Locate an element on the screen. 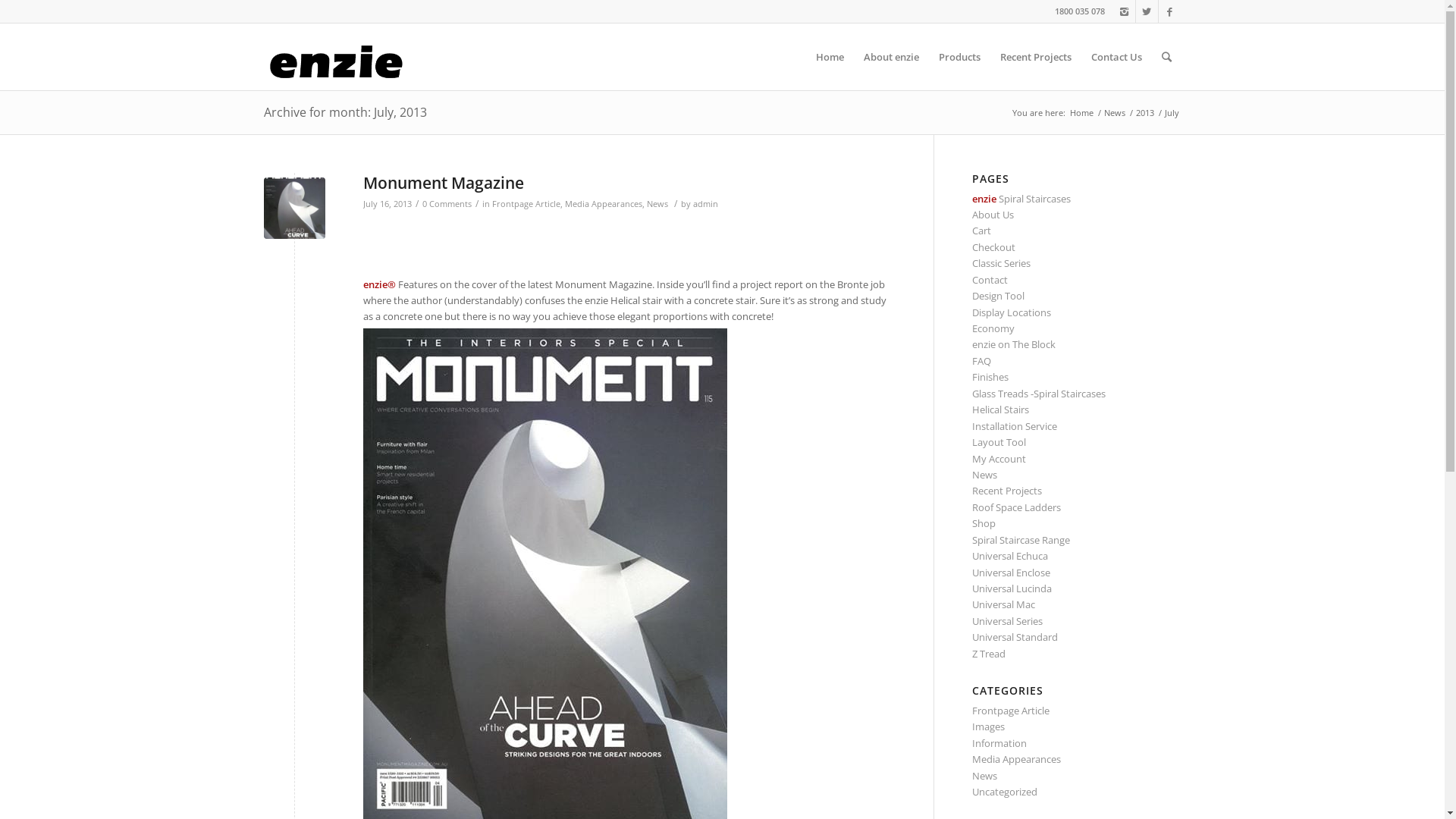  'News' is located at coordinates (645, 203).